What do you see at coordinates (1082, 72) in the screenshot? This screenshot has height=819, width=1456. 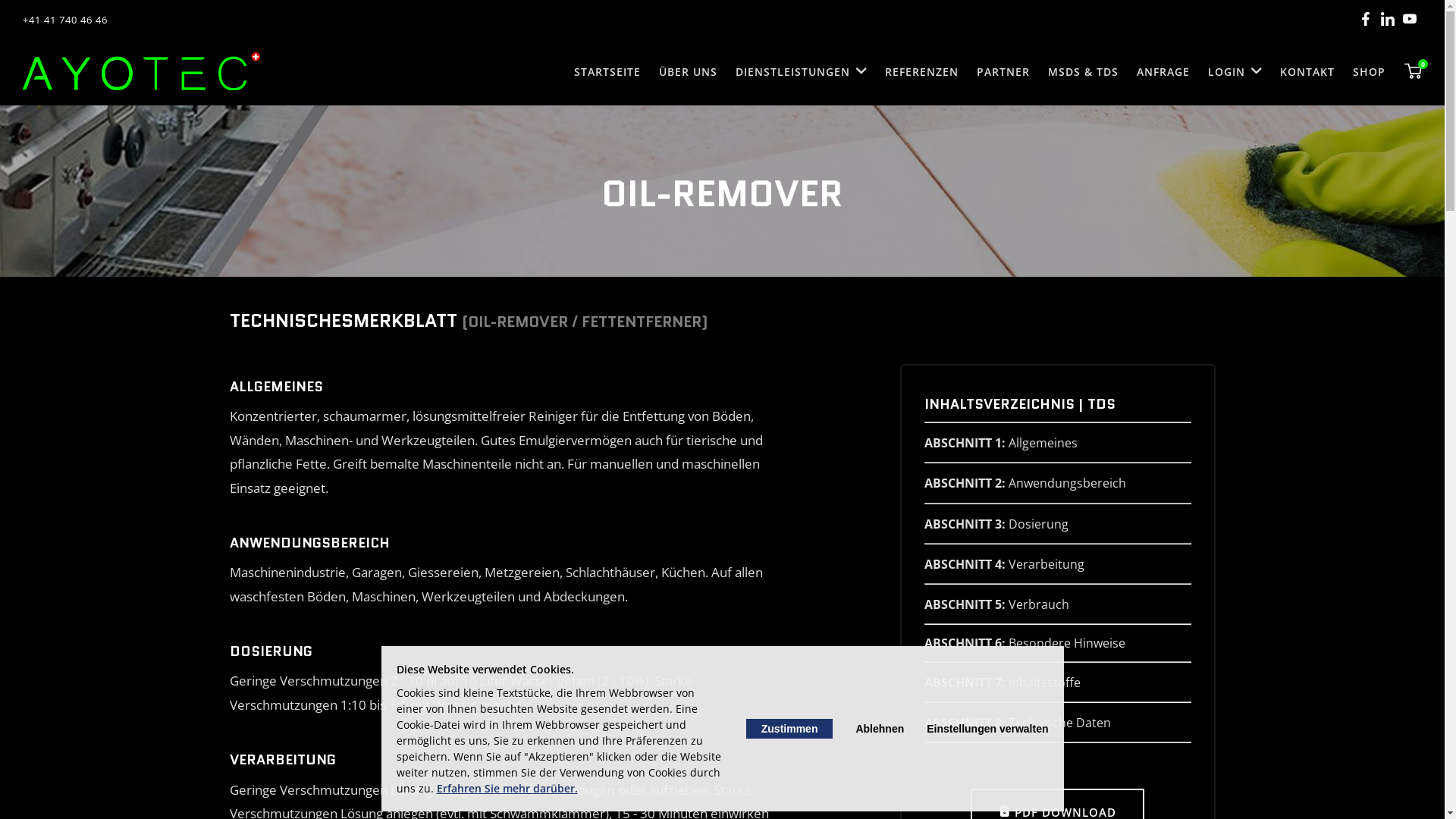 I see `'MSDS & TDS'` at bounding box center [1082, 72].